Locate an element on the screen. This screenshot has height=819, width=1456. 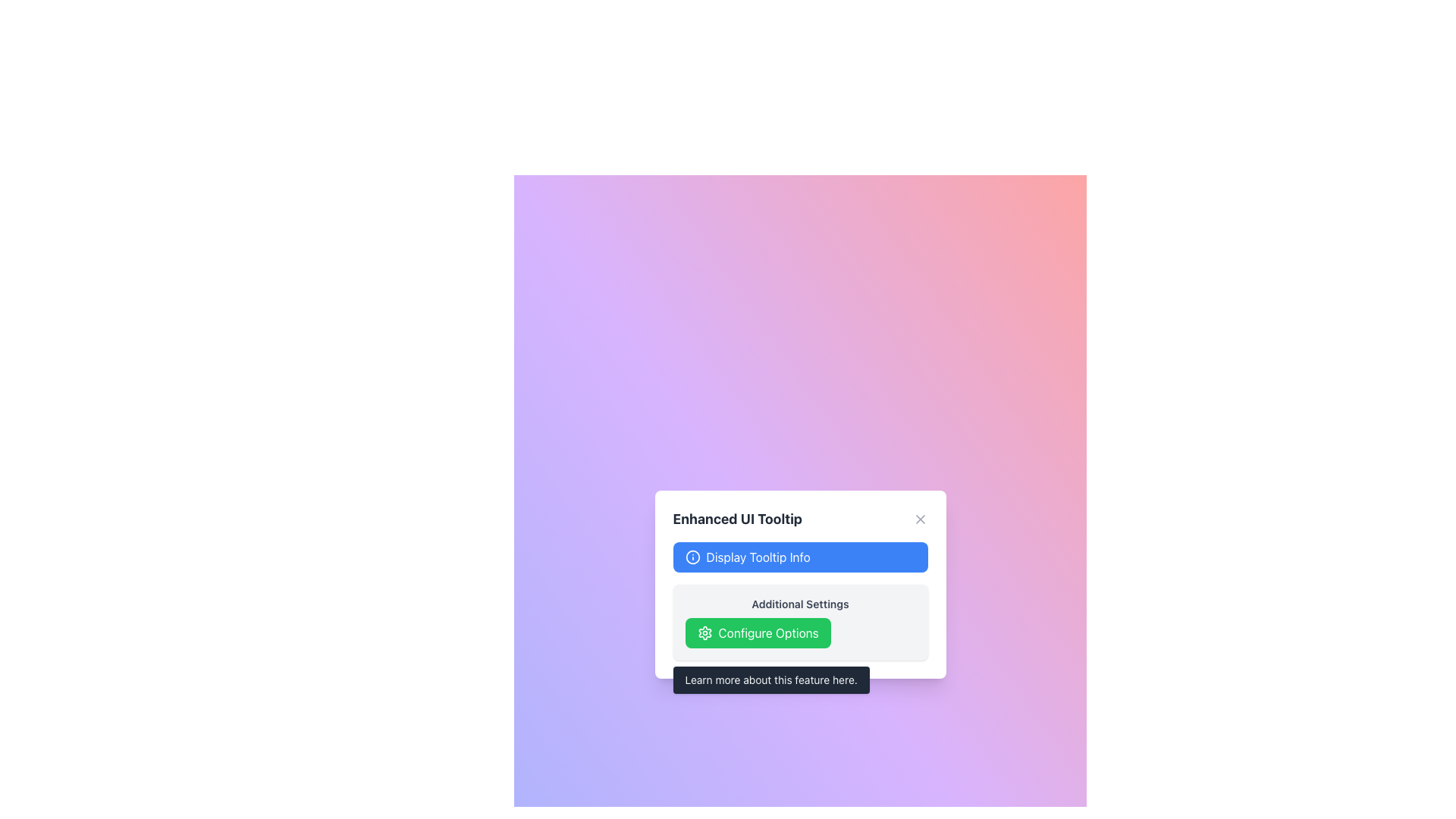
the information icon, which is represented as an outlined circle with a smaller dot and vertical line inside, located to the left of the 'Display Tooltip Info' text in a blue button is located at coordinates (692, 557).